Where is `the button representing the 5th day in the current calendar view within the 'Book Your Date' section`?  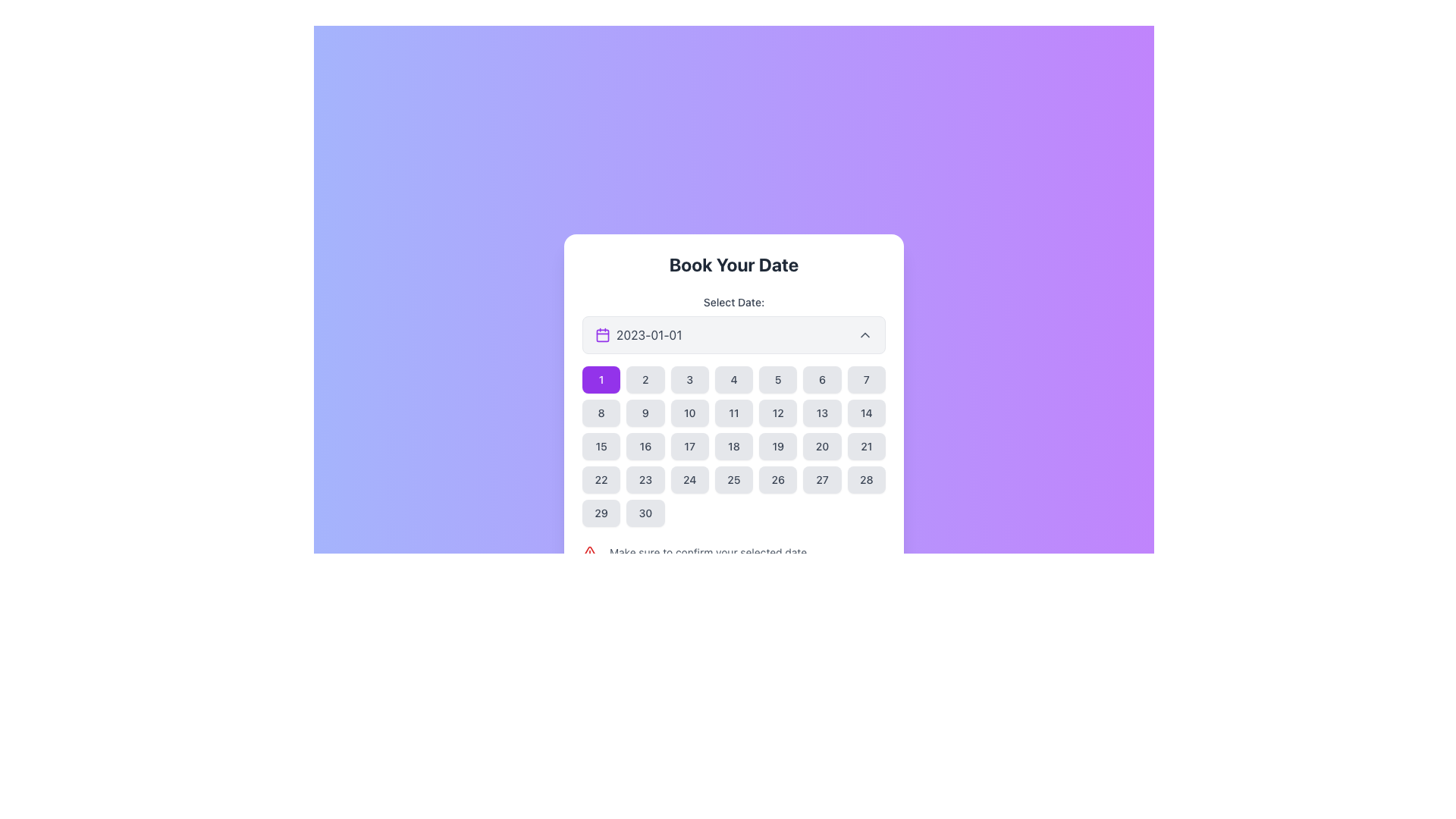 the button representing the 5th day in the current calendar view within the 'Book Your Date' section is located at coordinates (778, 379).